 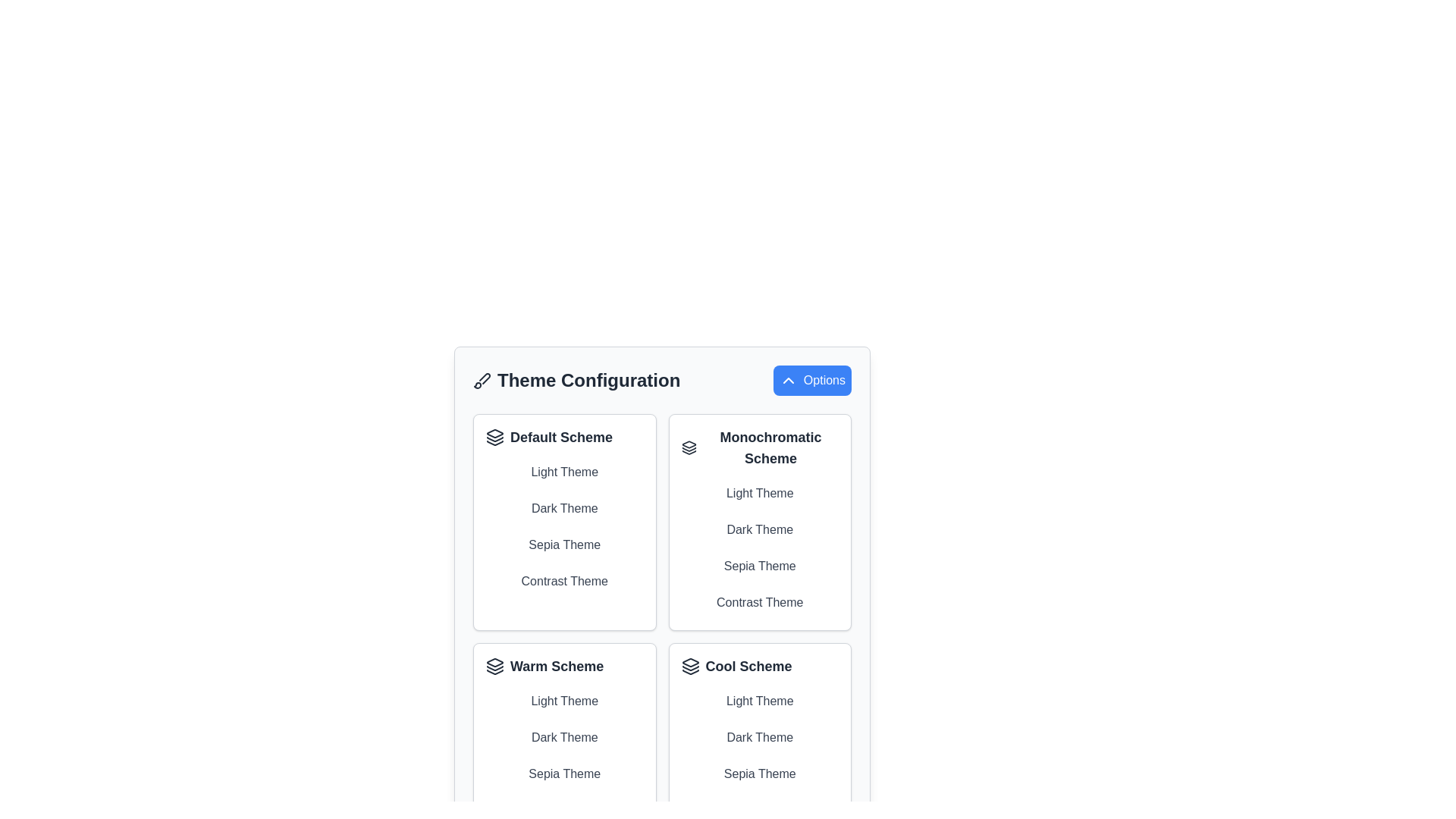 I want to click on the topmost icon in the 'Cool Scheme' box located at the bottom-right corner of the theme configuration panel, so click(x=689, y=662).